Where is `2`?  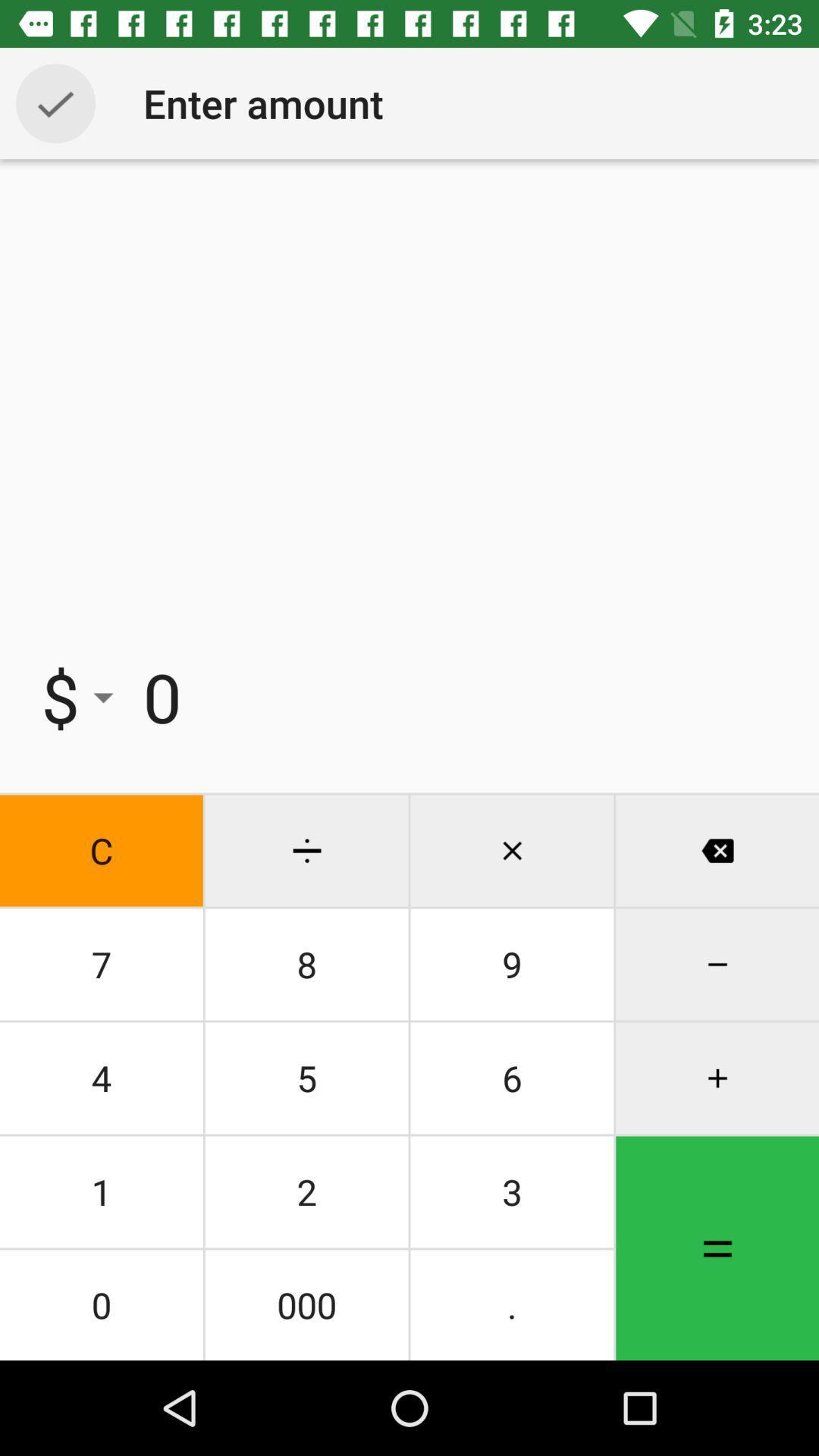 2 is located at coordinates (306, 1191).